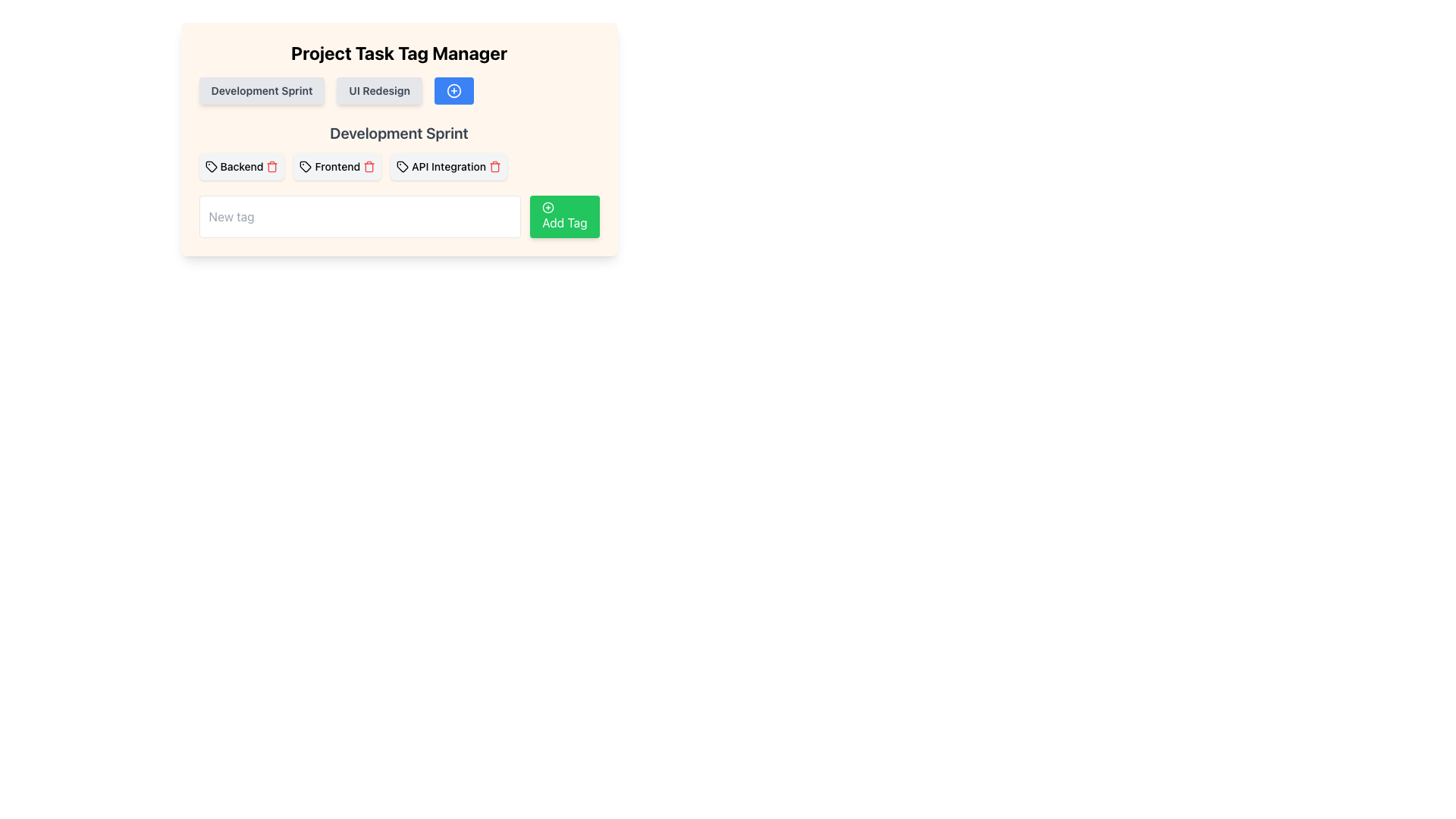  Describe the element at coordinates (272, 166) in the screenshot. I see `the red trash can icon button located to the right of the 'Backend' tag within the 'Development Sprint' section` at that location.